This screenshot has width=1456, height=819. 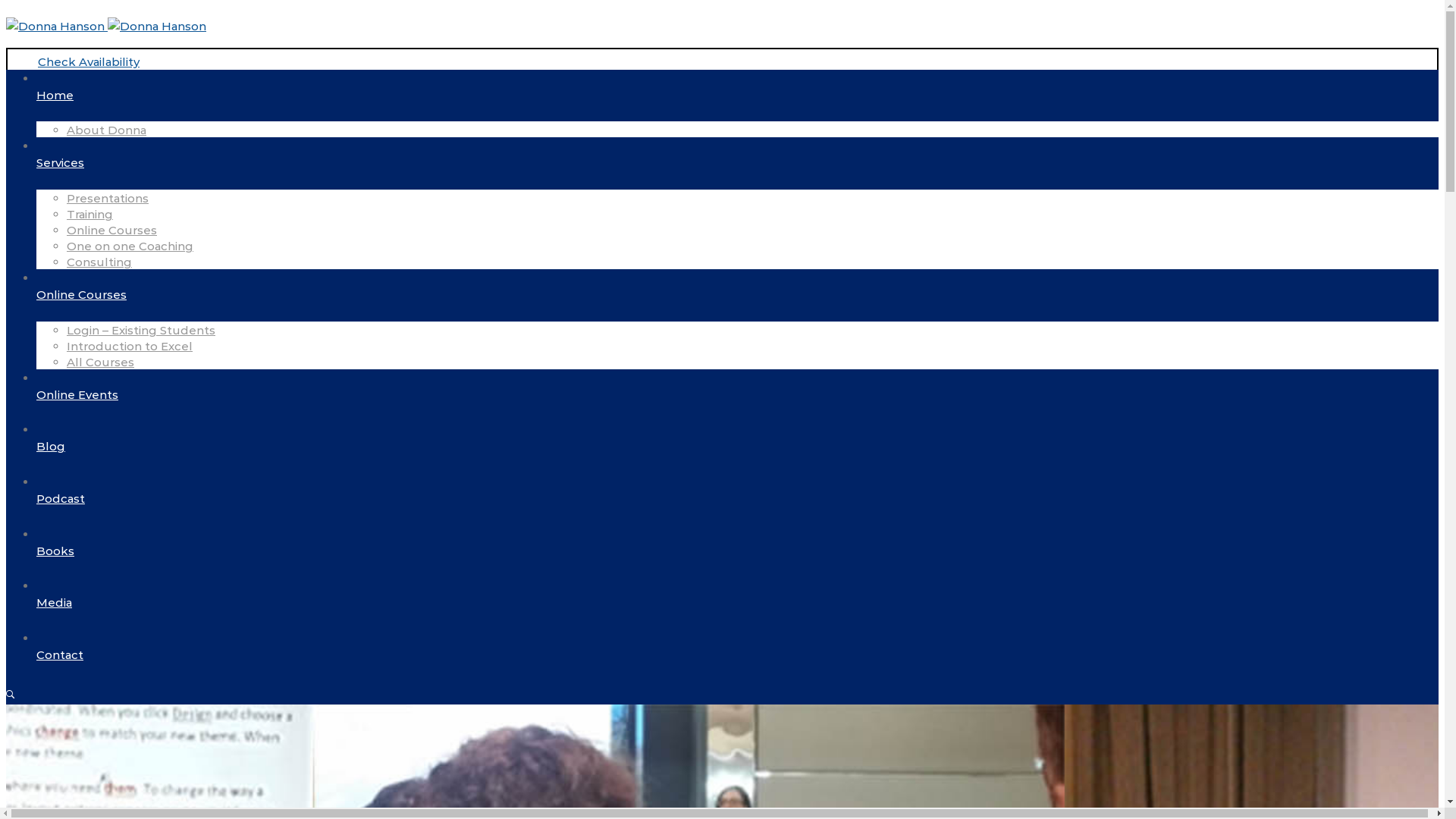 What do you see at coordinates (737, 162) in the screenshot?
I see `'Services'` at bounding box center [737, 162].